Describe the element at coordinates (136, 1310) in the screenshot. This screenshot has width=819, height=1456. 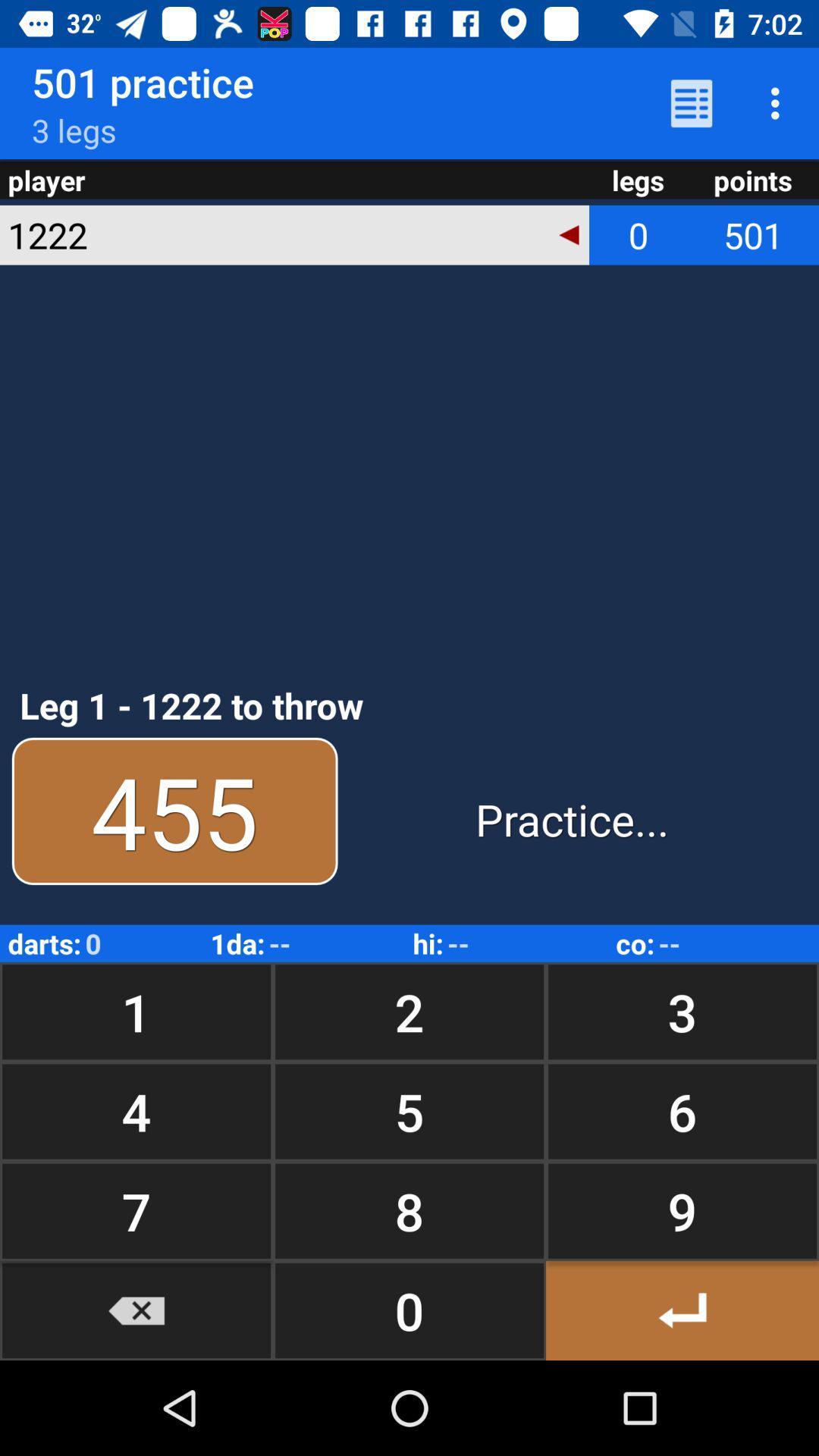
I see `the icon below 7 button` at that location.